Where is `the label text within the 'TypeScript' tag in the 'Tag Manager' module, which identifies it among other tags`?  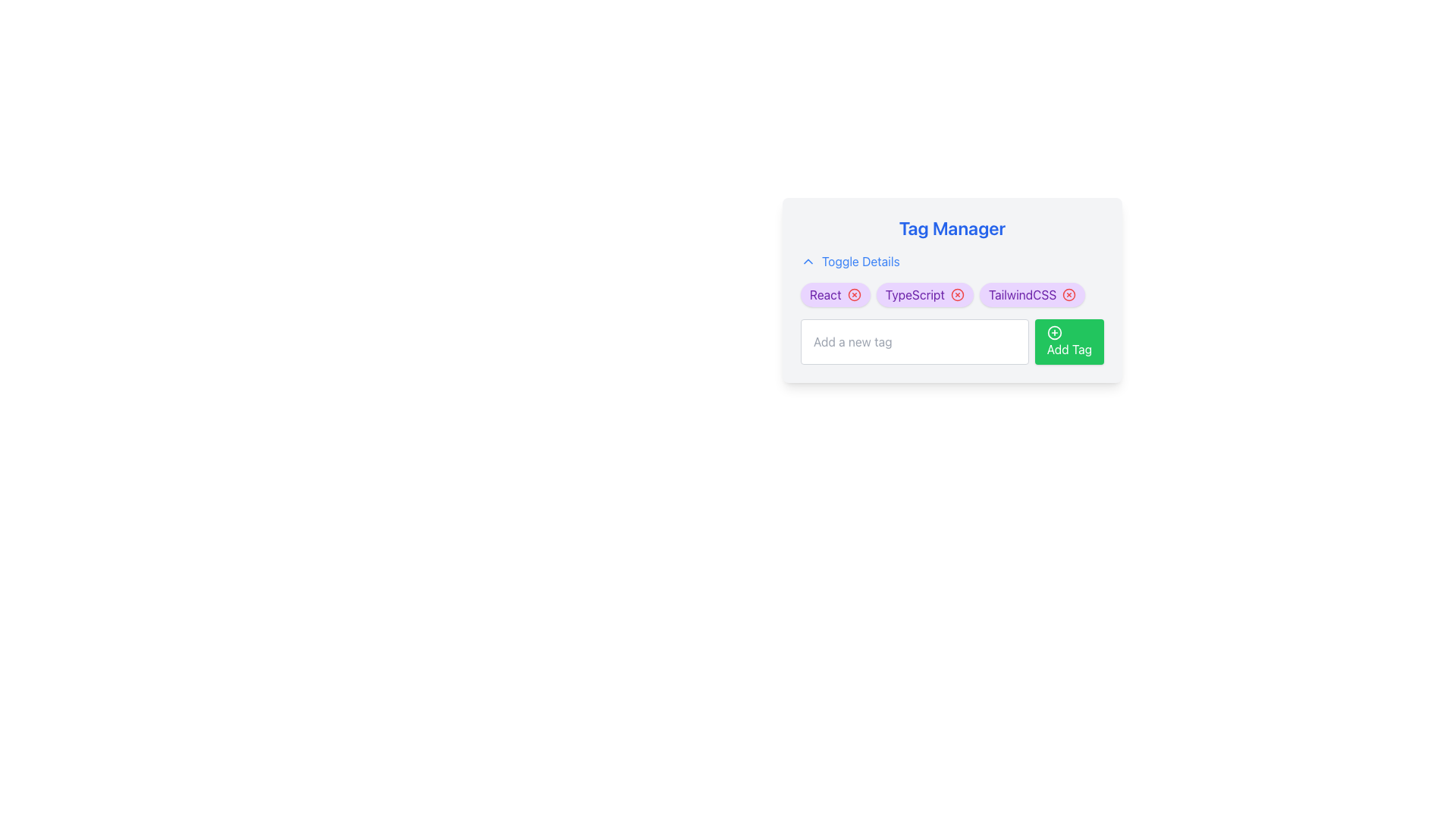
the label text within the 'TypeScript' tag in the 'Tag Manager' module, which identifies it among other tags is located at coordinates (914, 295).